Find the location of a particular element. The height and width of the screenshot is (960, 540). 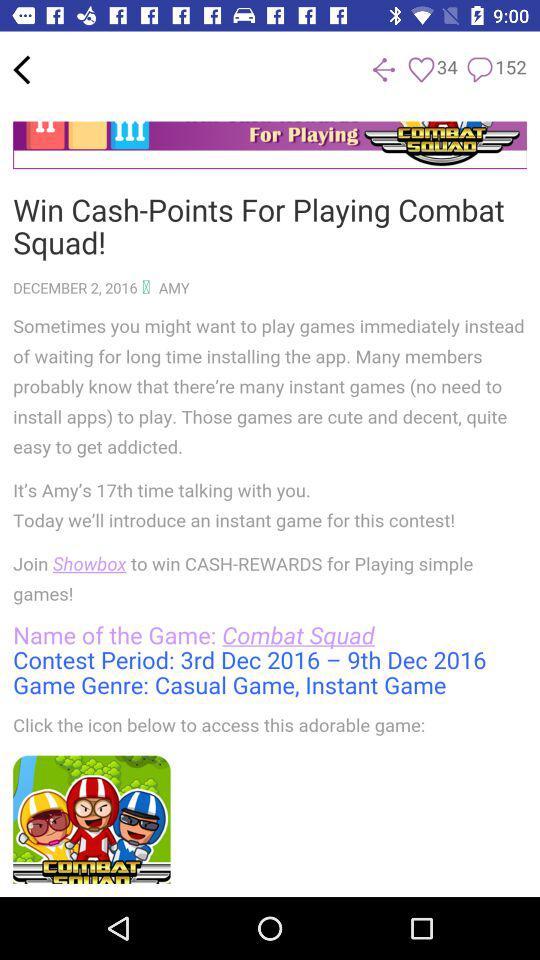

the share icon is located at coordinates (383, 69).